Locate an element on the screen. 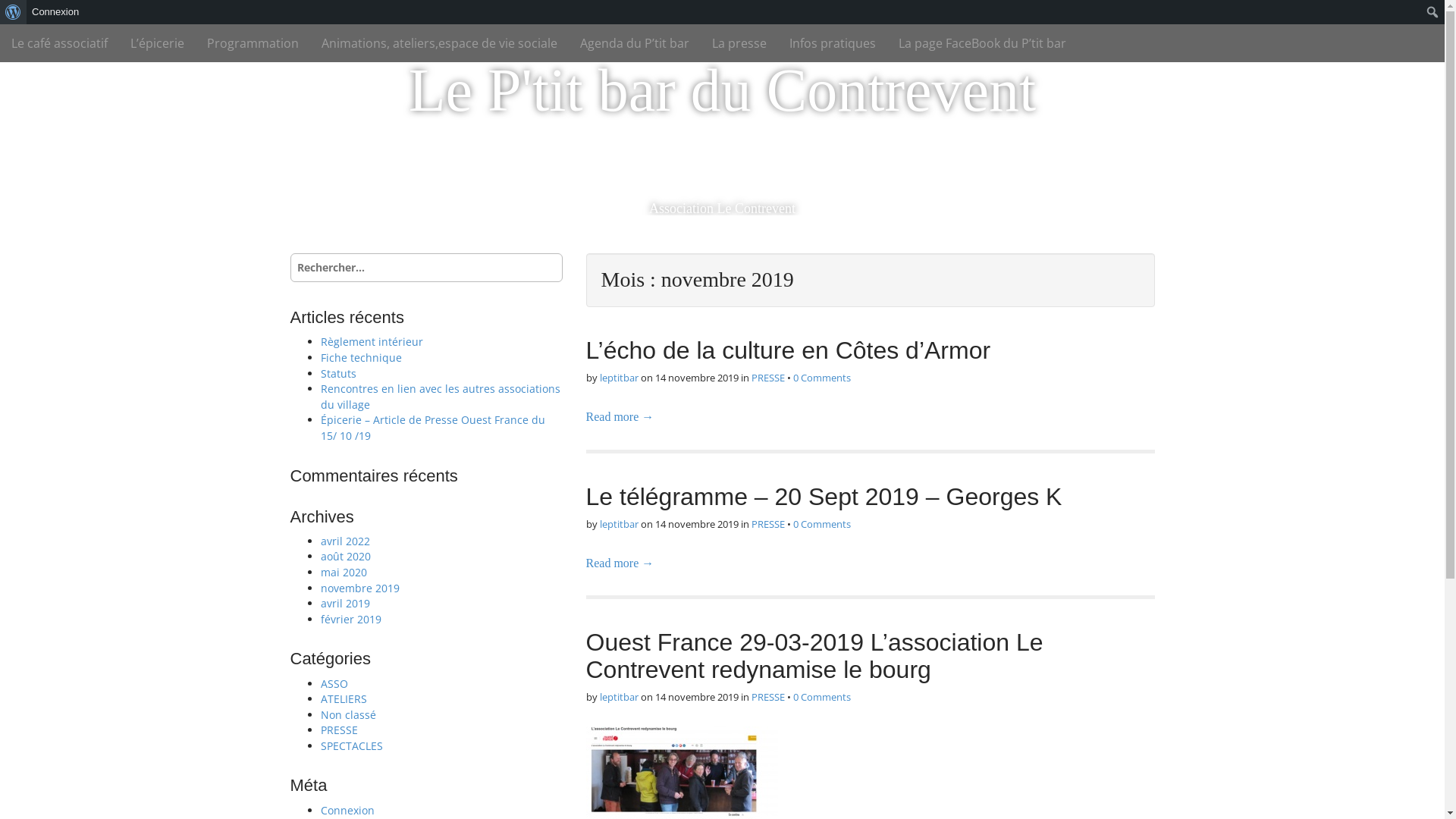 The height and width of the screenshot is (819, 1456). 'Rencontres en lien avec les autres associations du village' is located at coordinates (439, 396).